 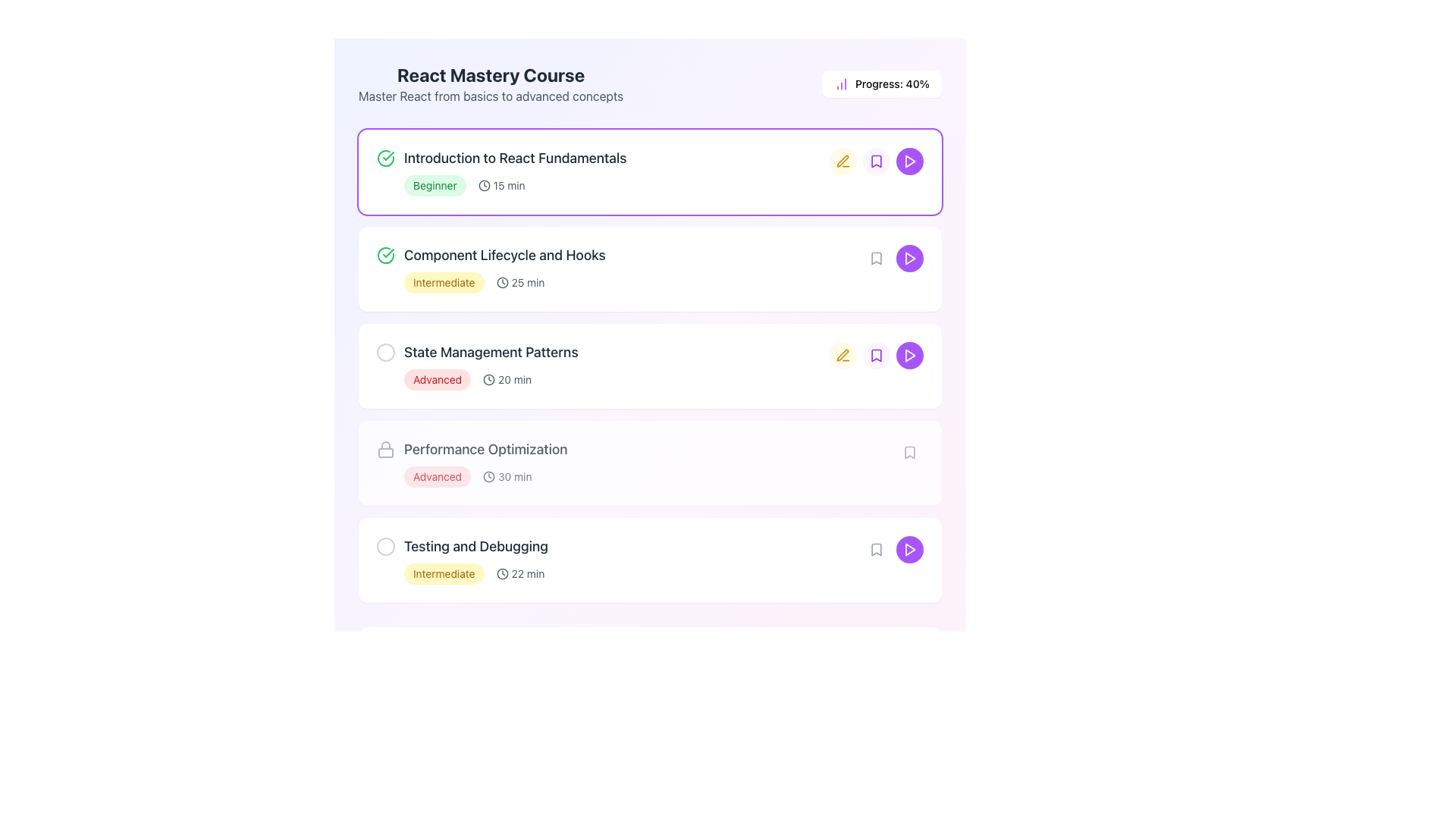 I want to click on the circular outline of the clock icon, which serves as the outer boundary in the 'Component Lifecycle and Hooks' section of the course interface, so click(x=502, y=283).